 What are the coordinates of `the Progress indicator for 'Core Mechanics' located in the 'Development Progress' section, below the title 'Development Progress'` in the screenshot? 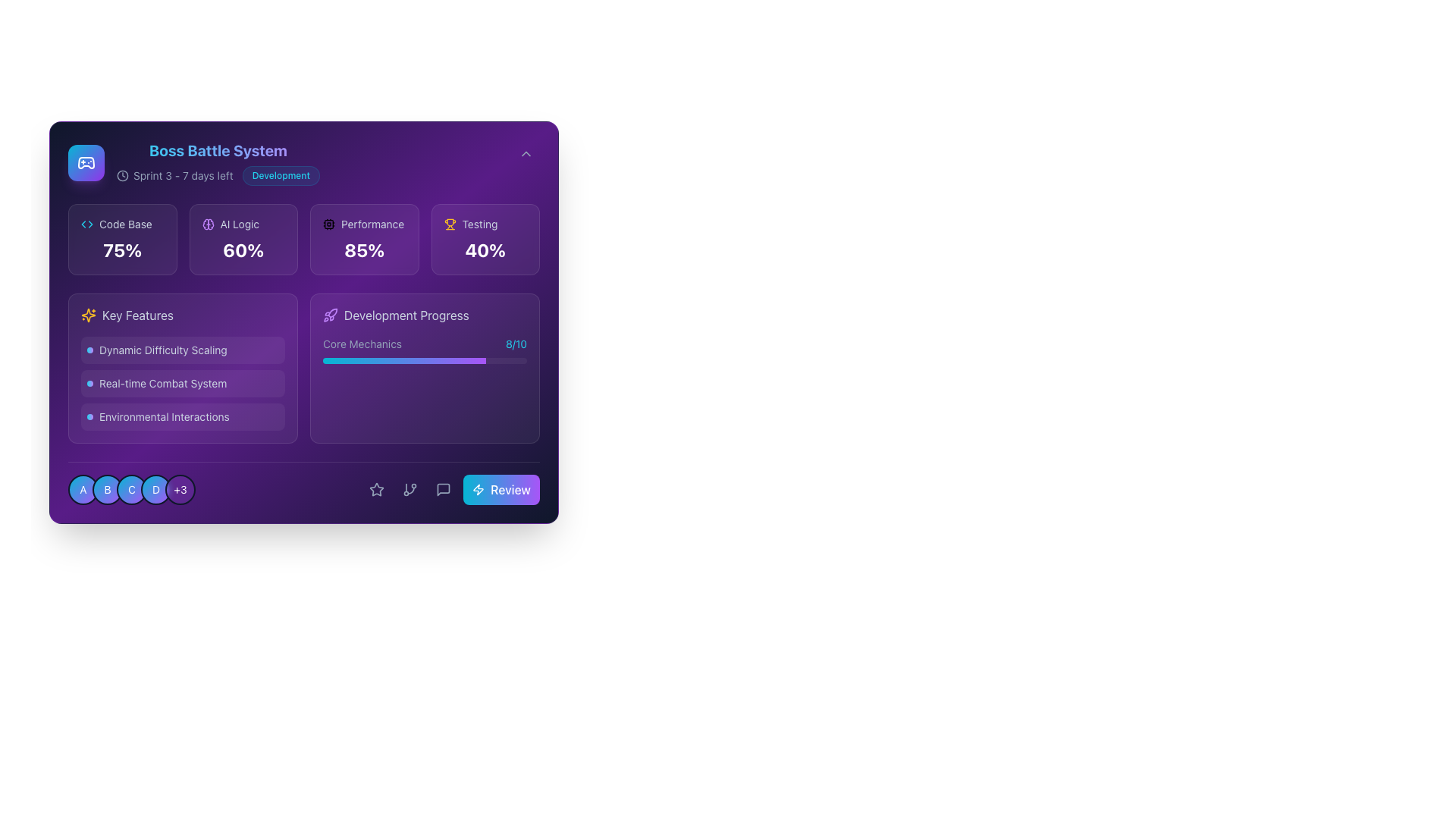 It's located at (425, 350).